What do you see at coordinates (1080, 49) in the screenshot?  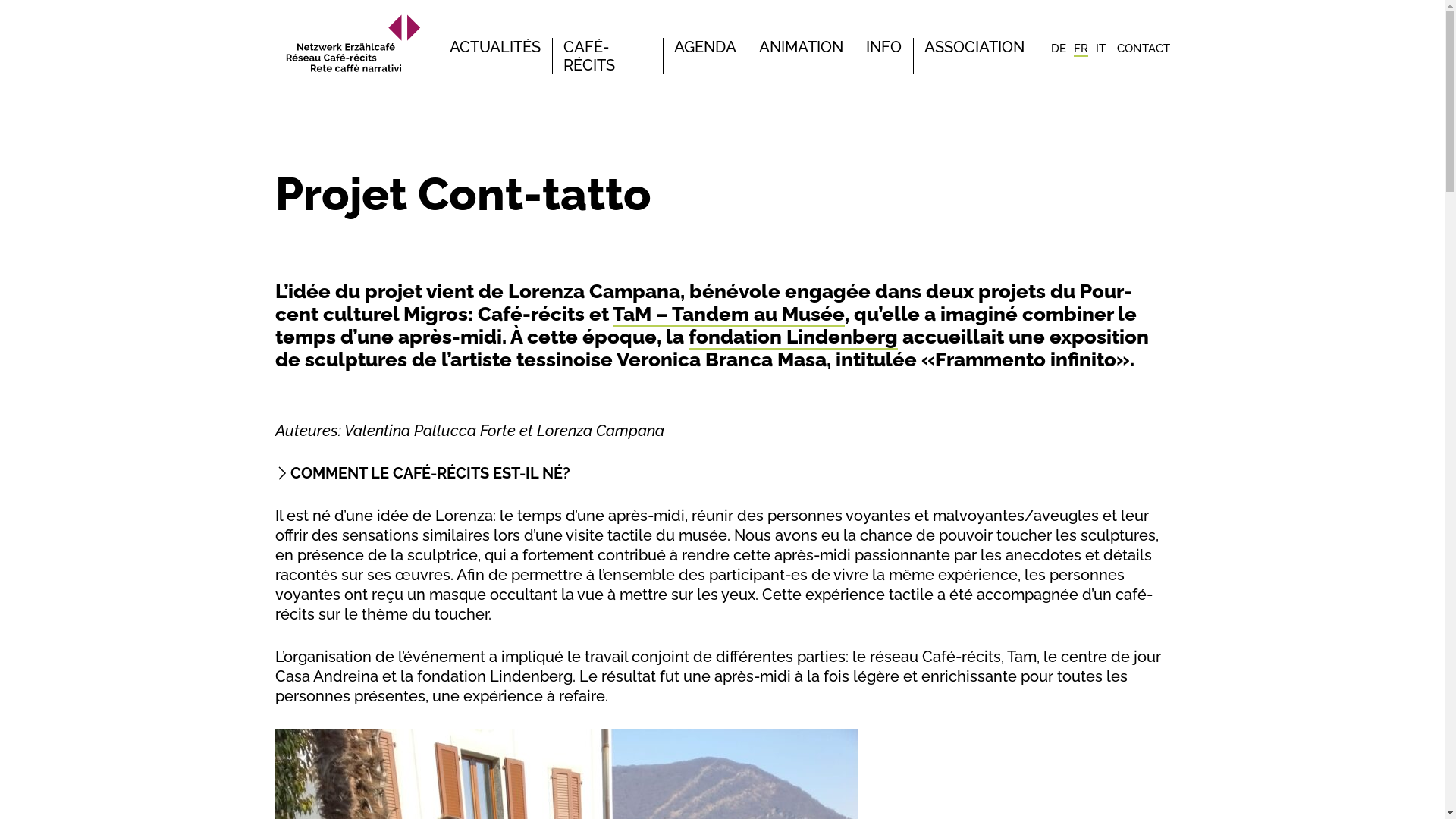 I see `'FR'` at bounding box center [1080, 49].